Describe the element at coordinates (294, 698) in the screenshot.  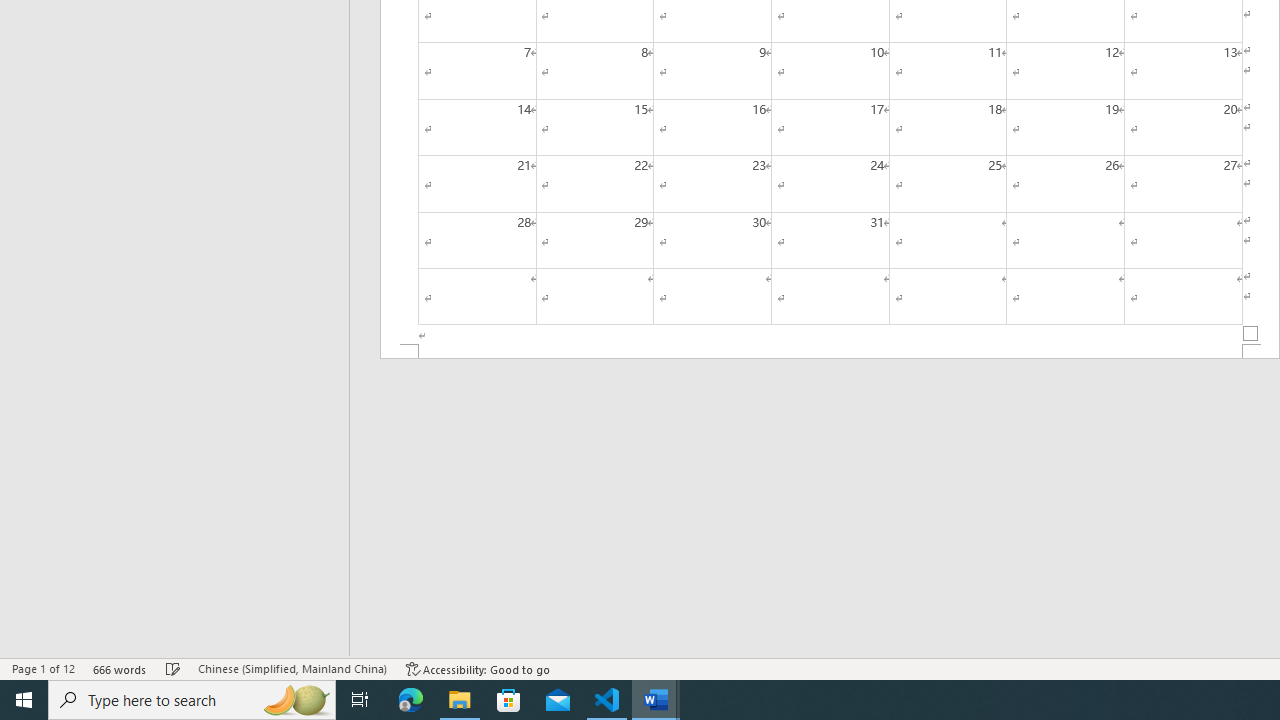
I see `'Search highlights icon opens search home window'` at that location.